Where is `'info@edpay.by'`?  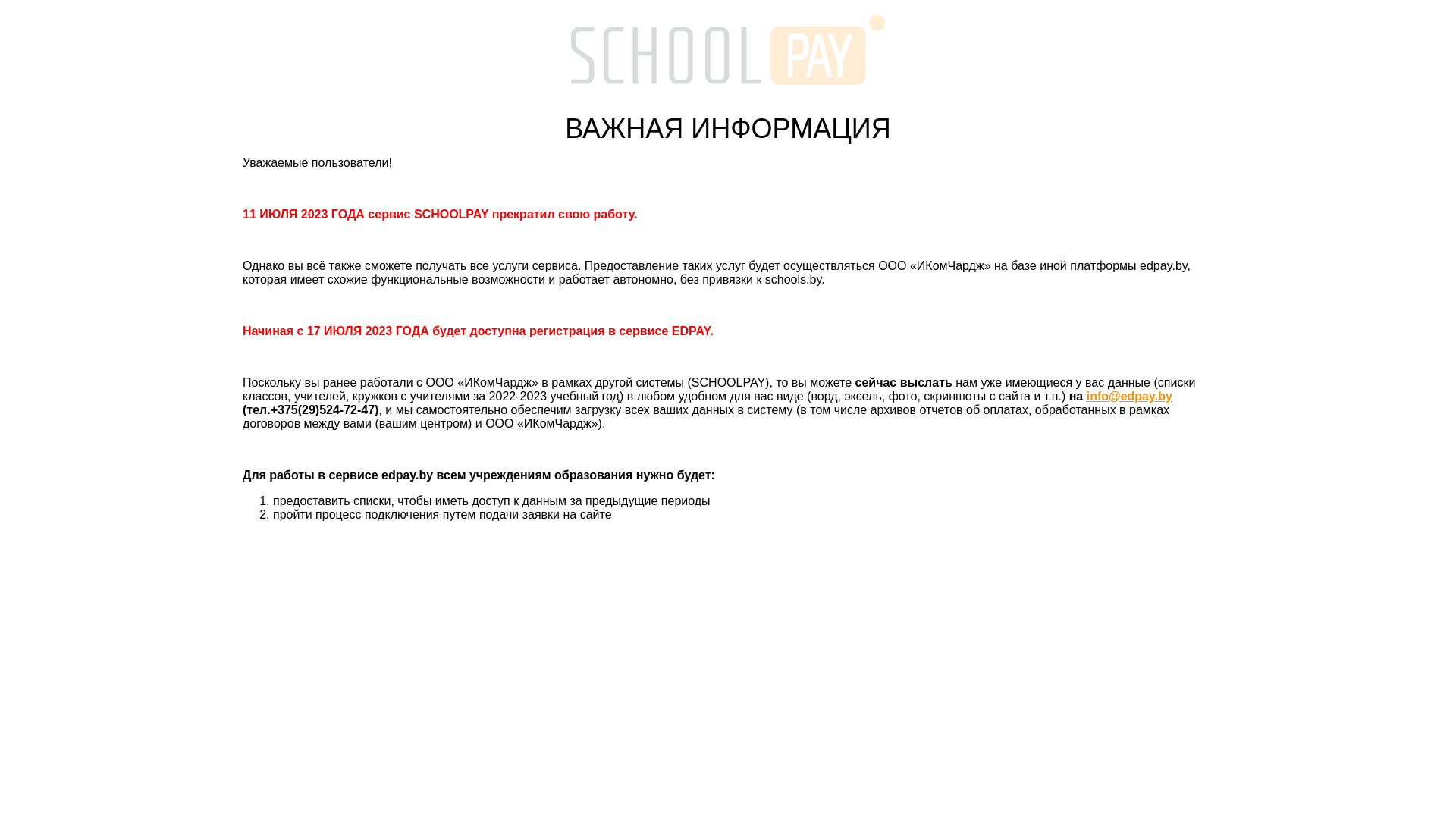 'info@edpay.by' is located at coordinates (1129, 395).